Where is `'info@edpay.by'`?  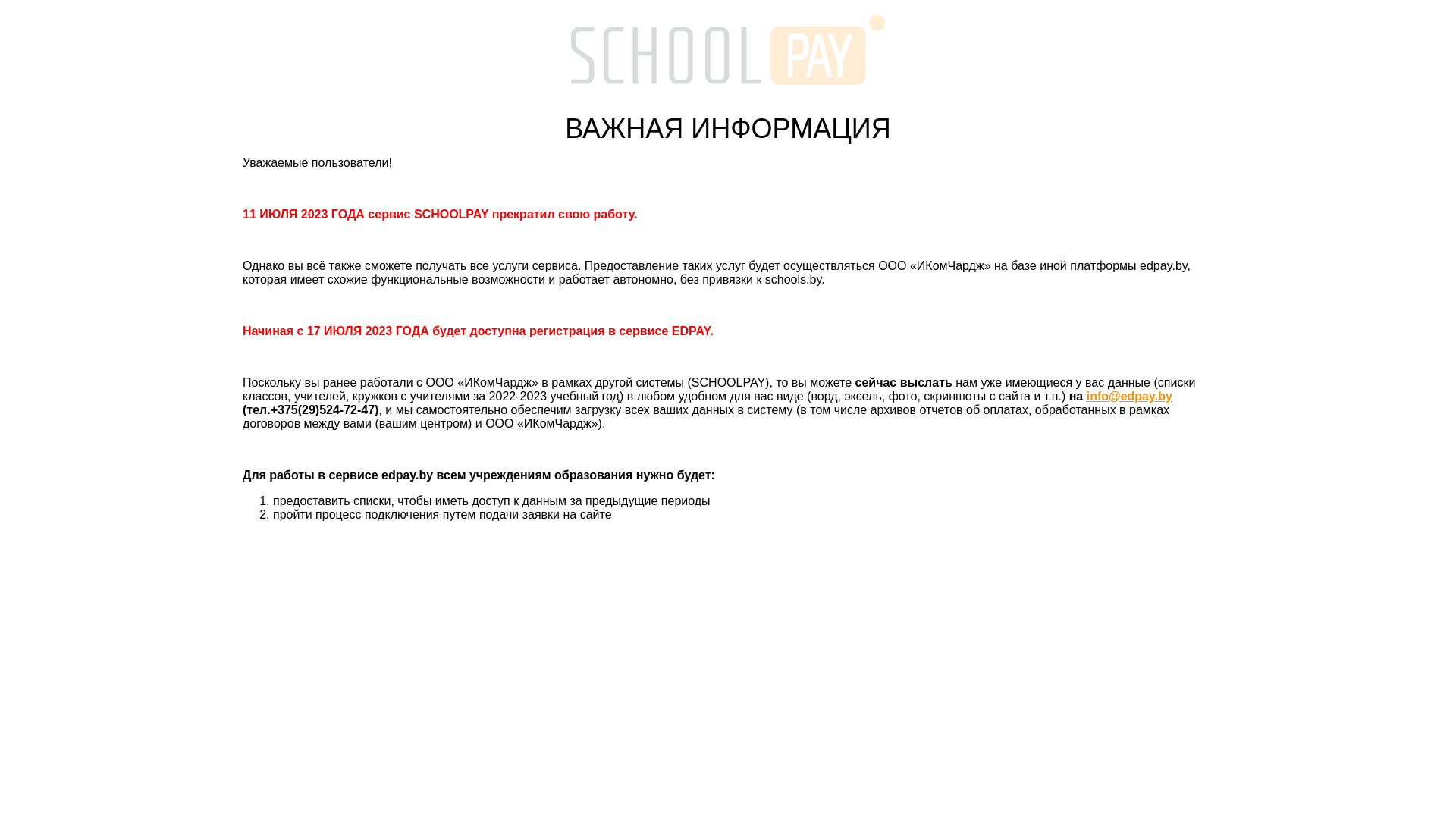 'info@edpay.by' is located at coordinates (1129, 395).